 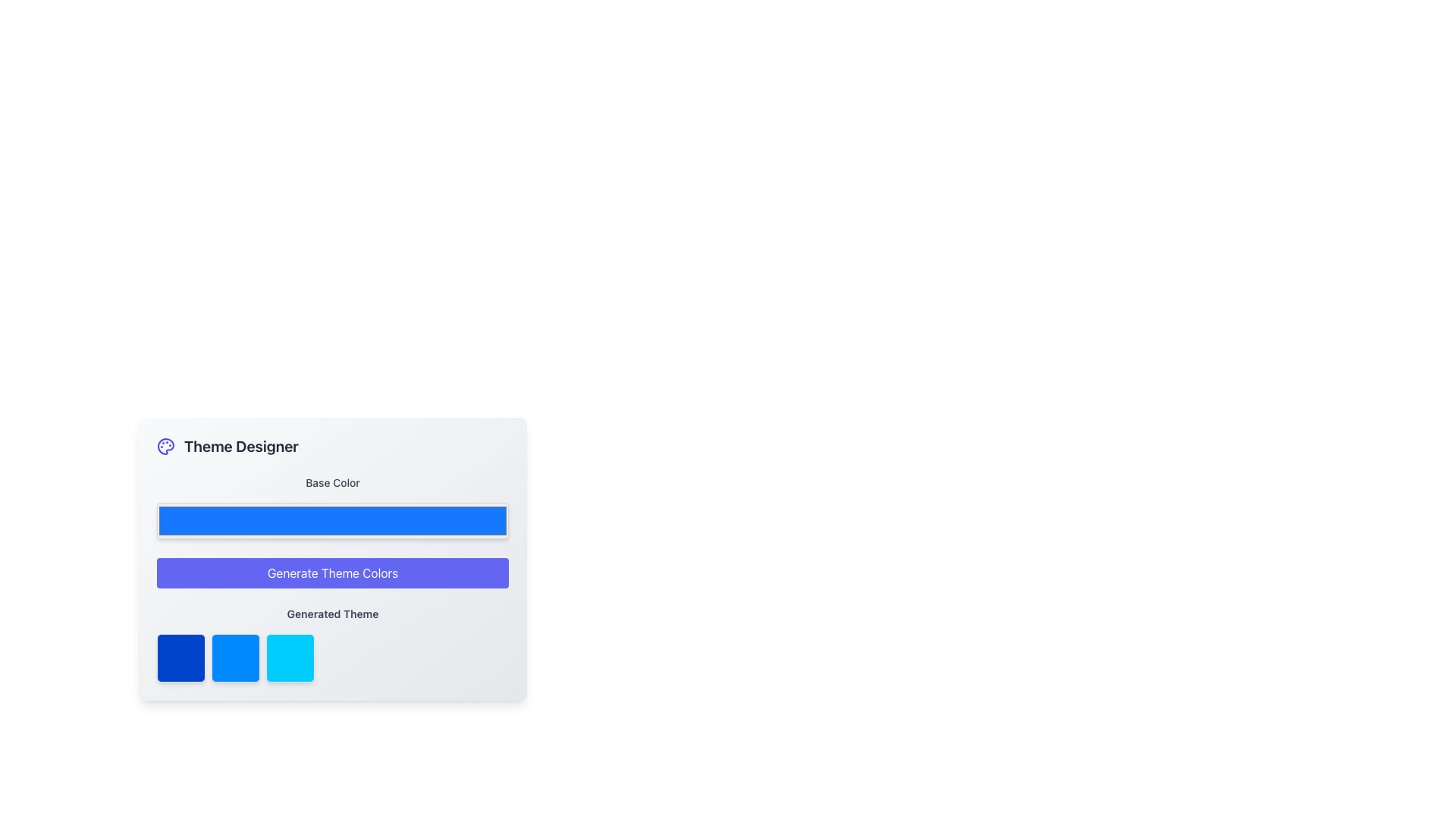 I want to click on the indigo button labeled 'Generate Theme Colors', so click(x=331, y=559).